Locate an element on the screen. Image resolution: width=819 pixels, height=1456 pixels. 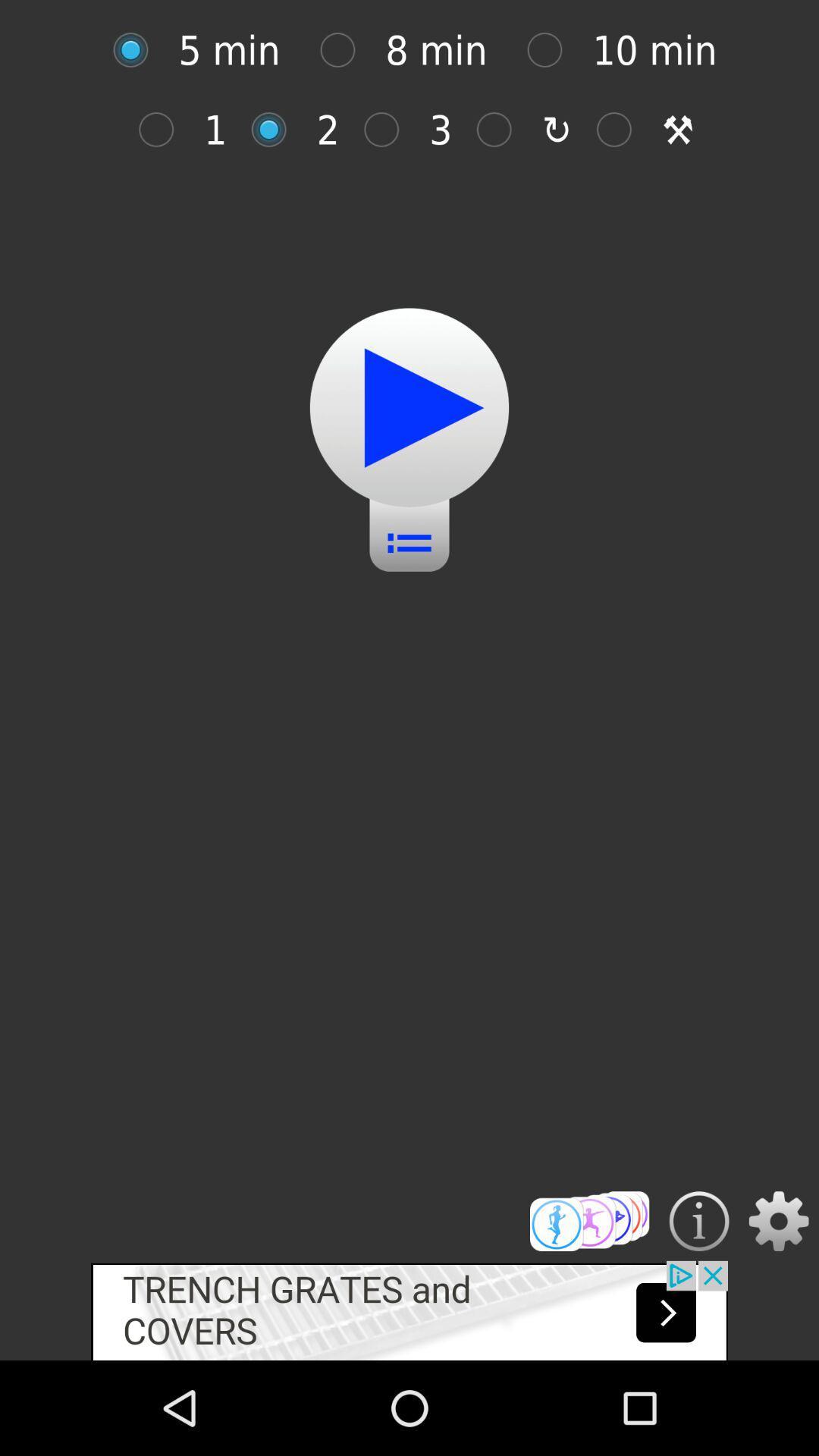
5 minutes is located at coordinates (138, 50).